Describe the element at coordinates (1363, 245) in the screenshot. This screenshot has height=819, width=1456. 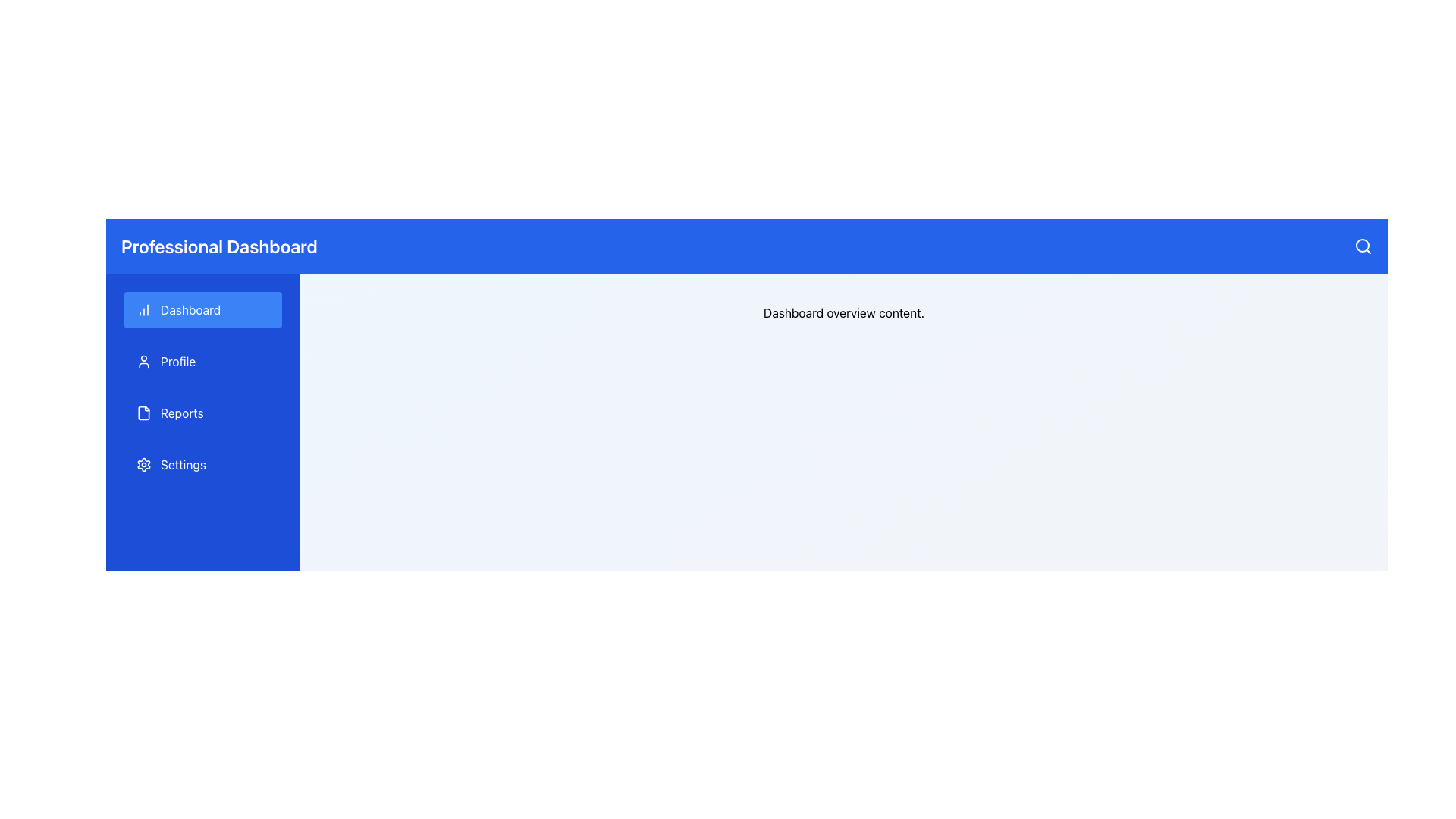
I see `the magnifying glass icon located in the top-right corner of the header bar to initiate a search` at that location.